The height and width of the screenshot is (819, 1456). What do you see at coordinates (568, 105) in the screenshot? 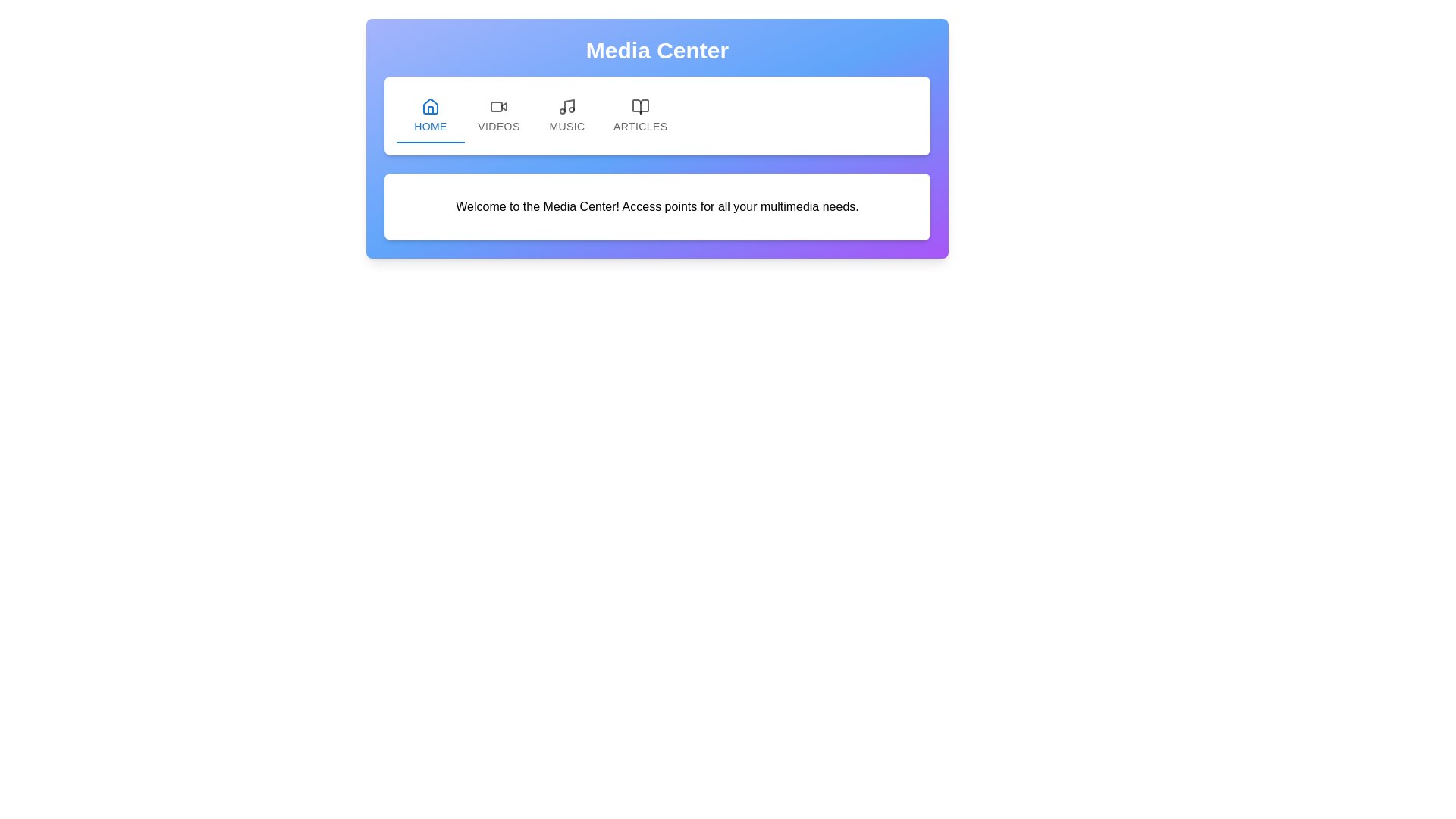
I see `the music note icon in the navigation bar, which is styled with a red accent and located below the 'MUSIC' label` at bounding box center [568, 105].